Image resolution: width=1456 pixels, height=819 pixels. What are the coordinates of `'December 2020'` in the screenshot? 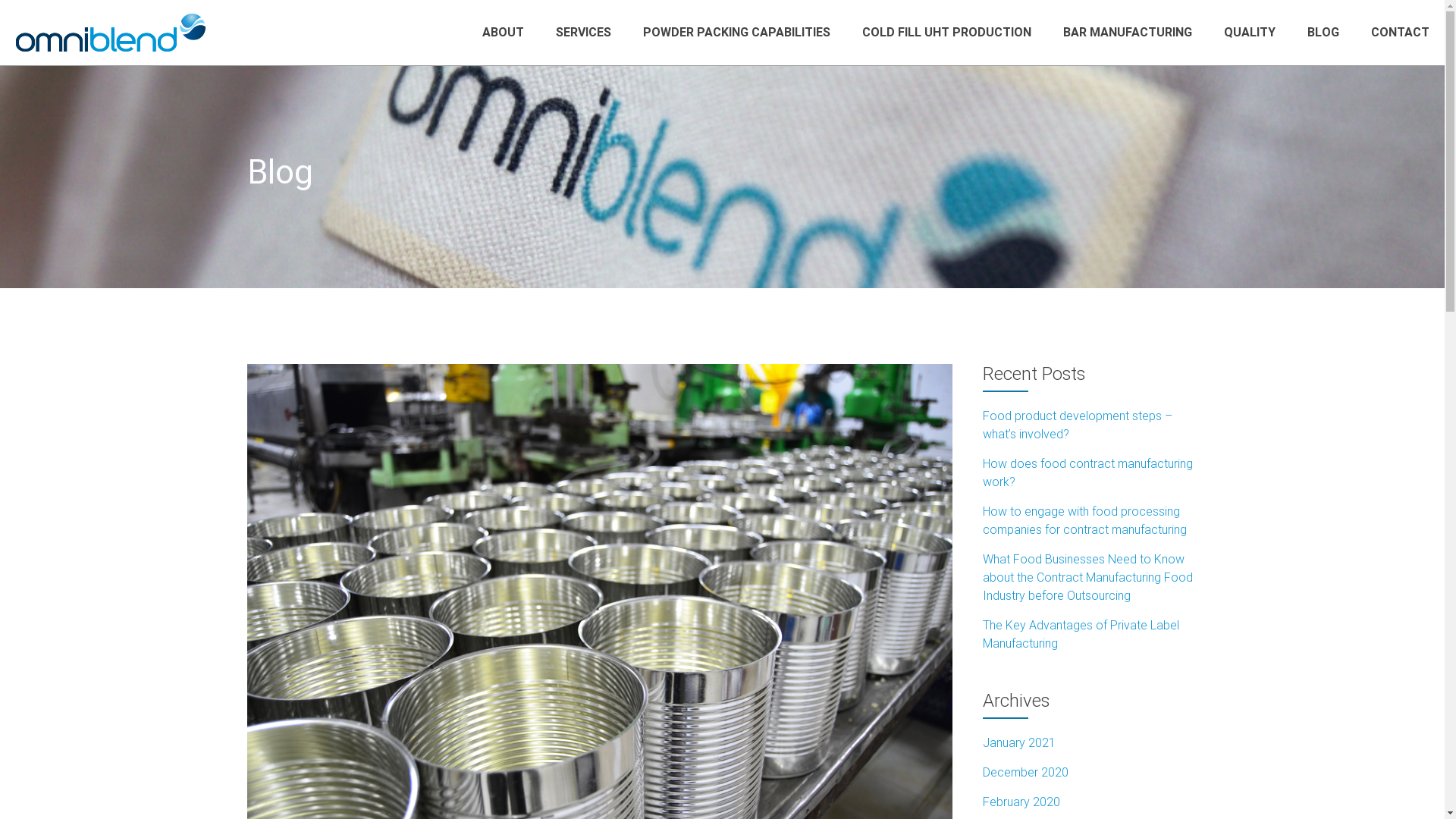 It's located at (1025, 772).